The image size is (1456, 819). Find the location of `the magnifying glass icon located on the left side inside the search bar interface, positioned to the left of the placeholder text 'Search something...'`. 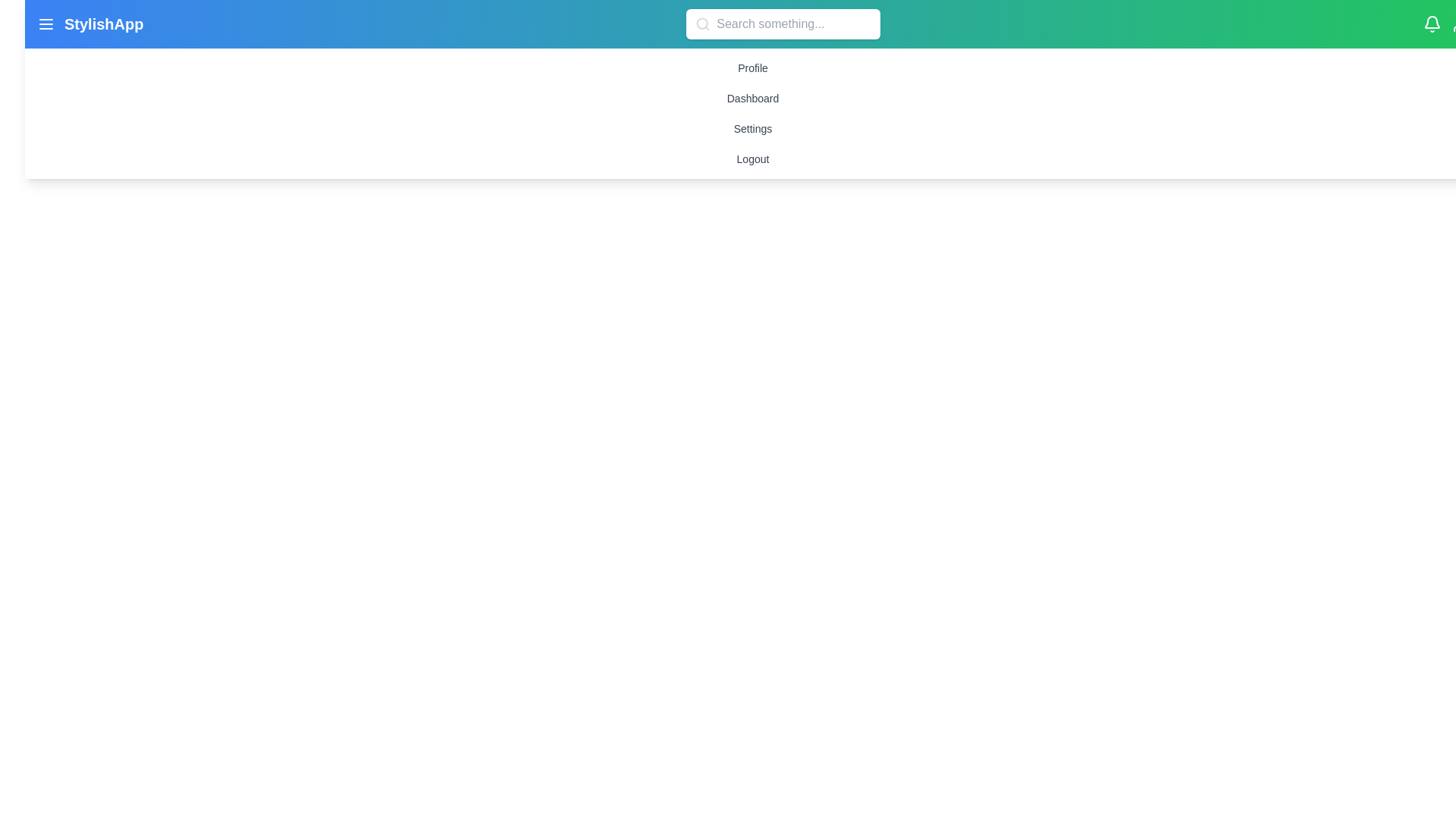

the magnifying glass icon located on the left side inside the search bar interface, positioned to the left of the placeholder text 'Search something...' is located at coordinates (702, 24).